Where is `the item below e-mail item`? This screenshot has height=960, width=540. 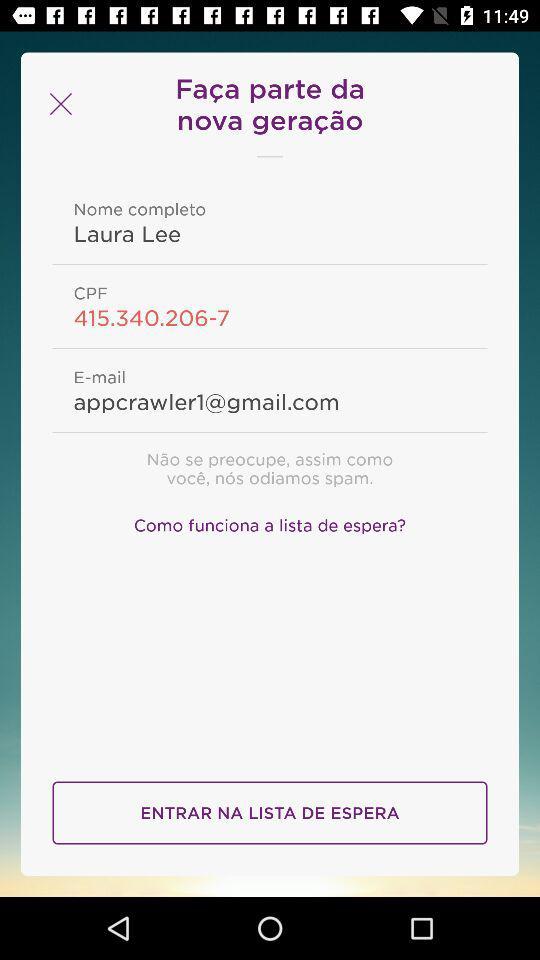 the item below e-mail item is located at coordinates (270, 400).